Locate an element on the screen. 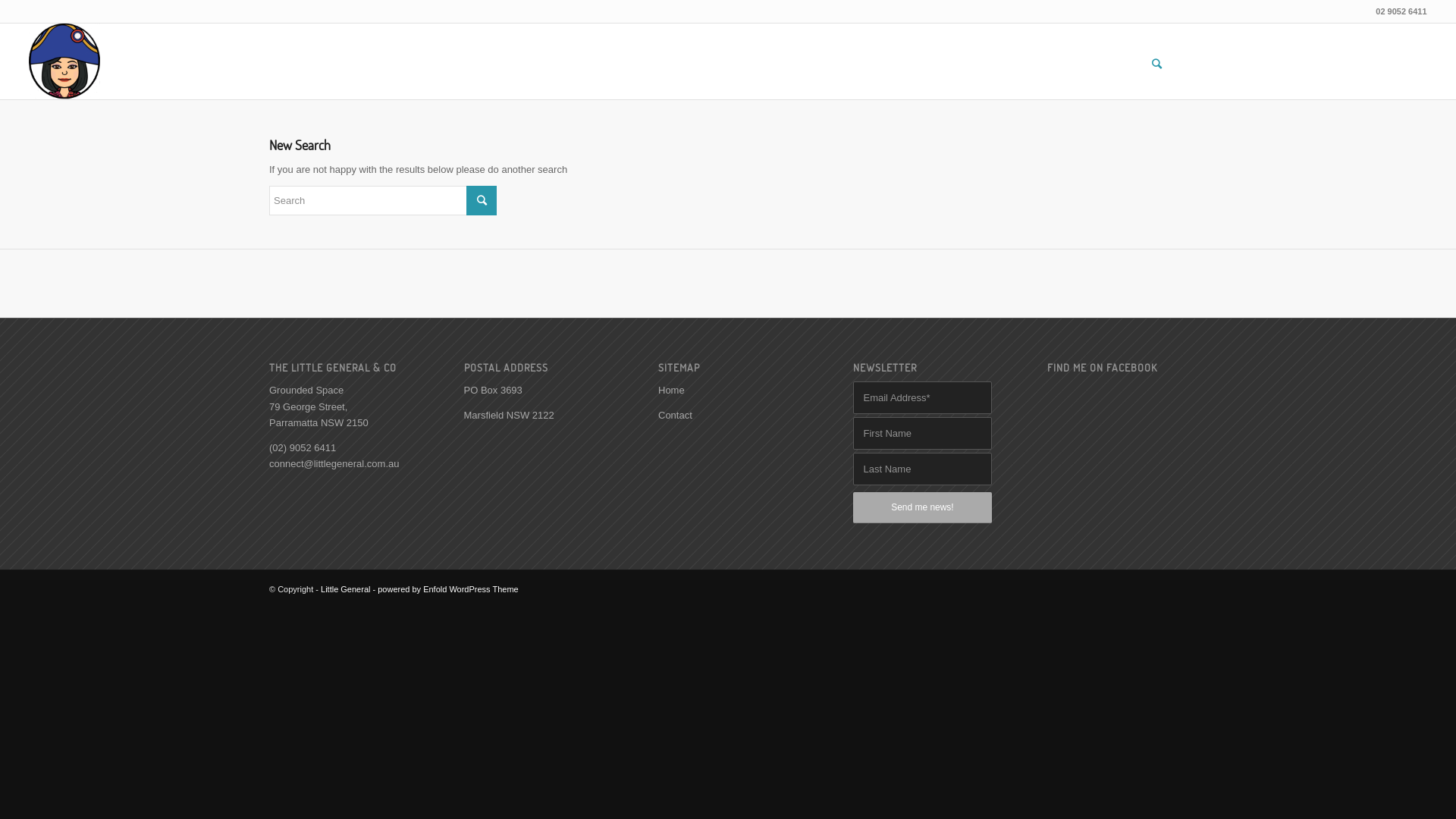  'Send me news!' is located at coordinates (852, 507).